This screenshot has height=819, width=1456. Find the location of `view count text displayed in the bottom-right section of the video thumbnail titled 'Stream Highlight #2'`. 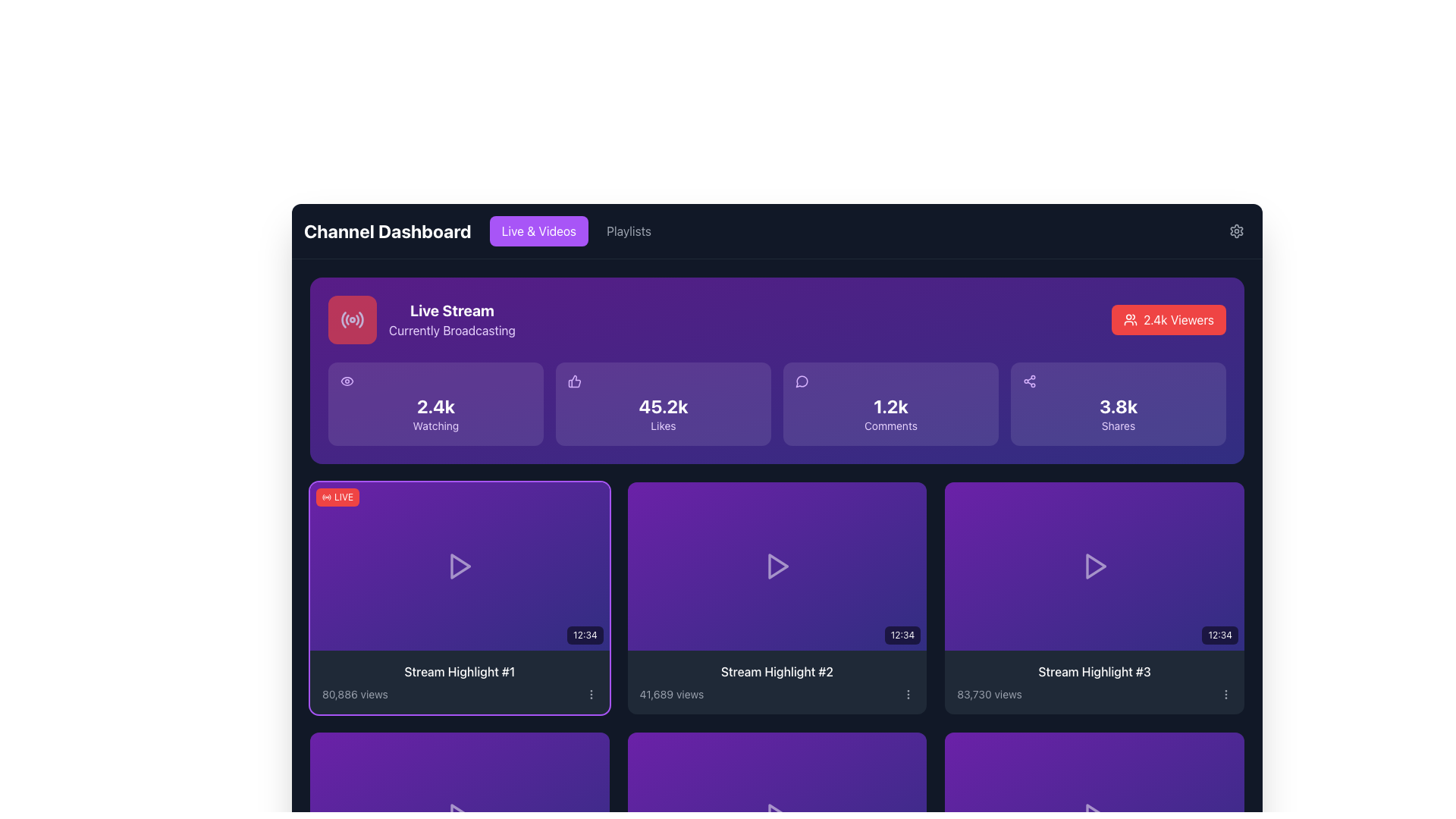

view count text displayed in the bottom-right section of the video thumbnail titled 'Stream Highlight #2' is located at coordinates (670, 694).